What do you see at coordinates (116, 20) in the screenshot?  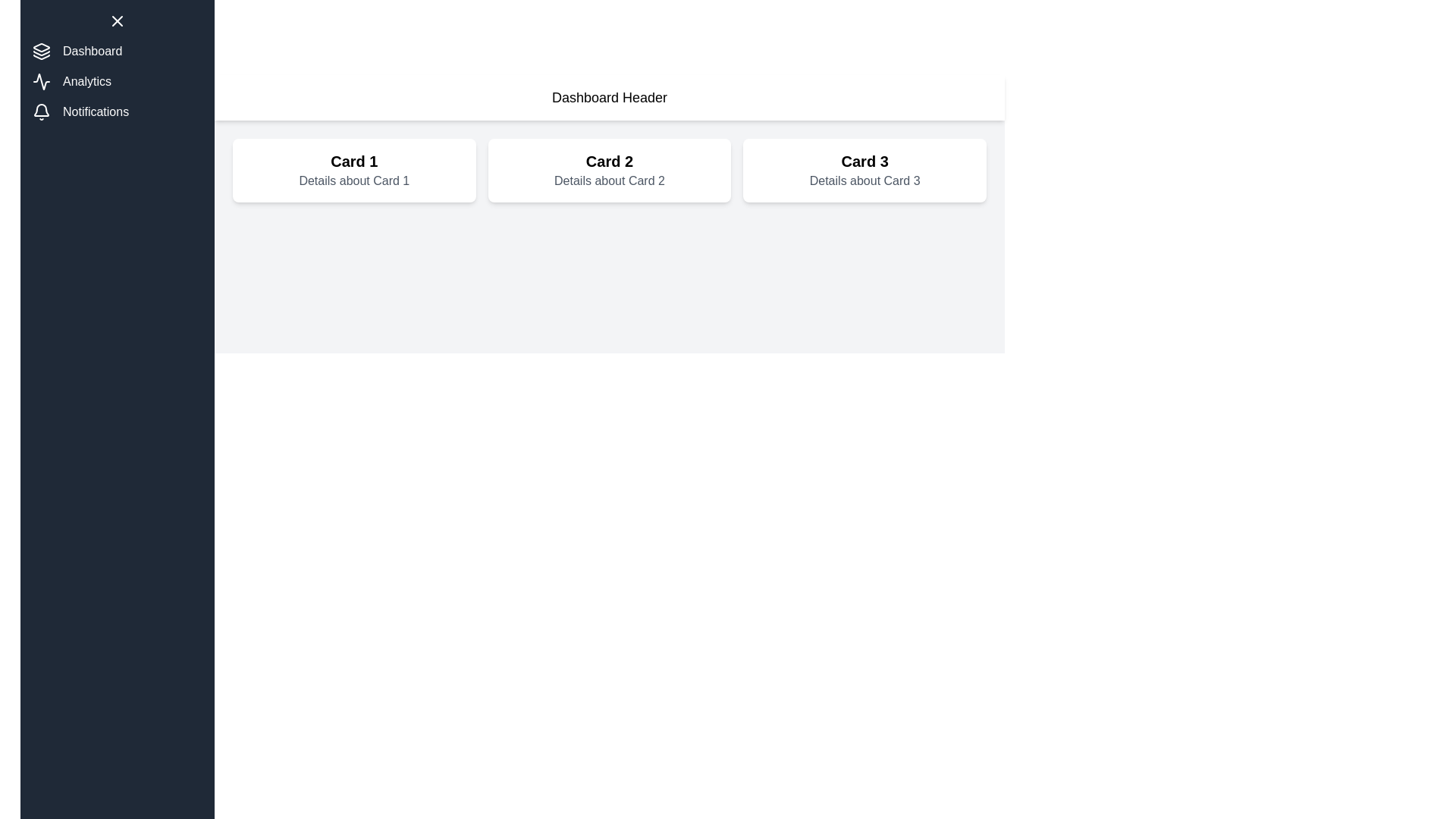 I see `the 'X' shaped close button icon in the upper-left corner of the sidebar menu` at bounding box center [116, 20].